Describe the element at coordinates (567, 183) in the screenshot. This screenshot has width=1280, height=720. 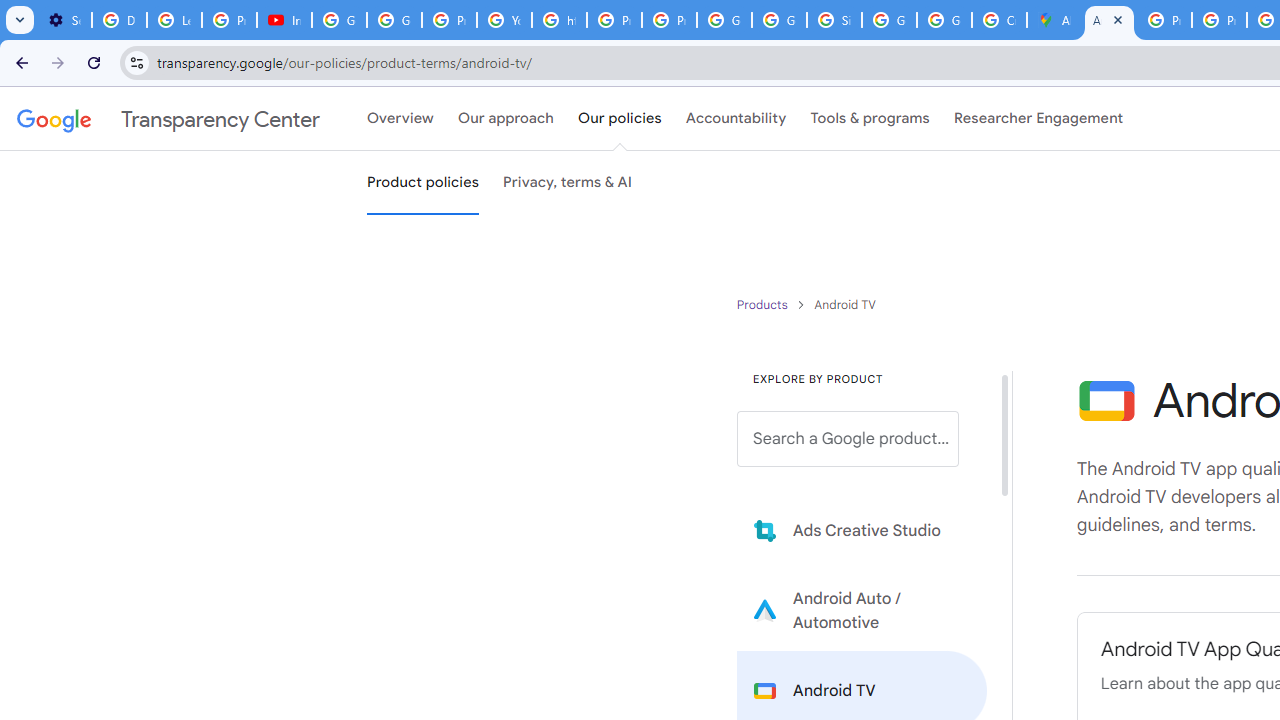
I see `'Privacy, terms & AI'` at that location.